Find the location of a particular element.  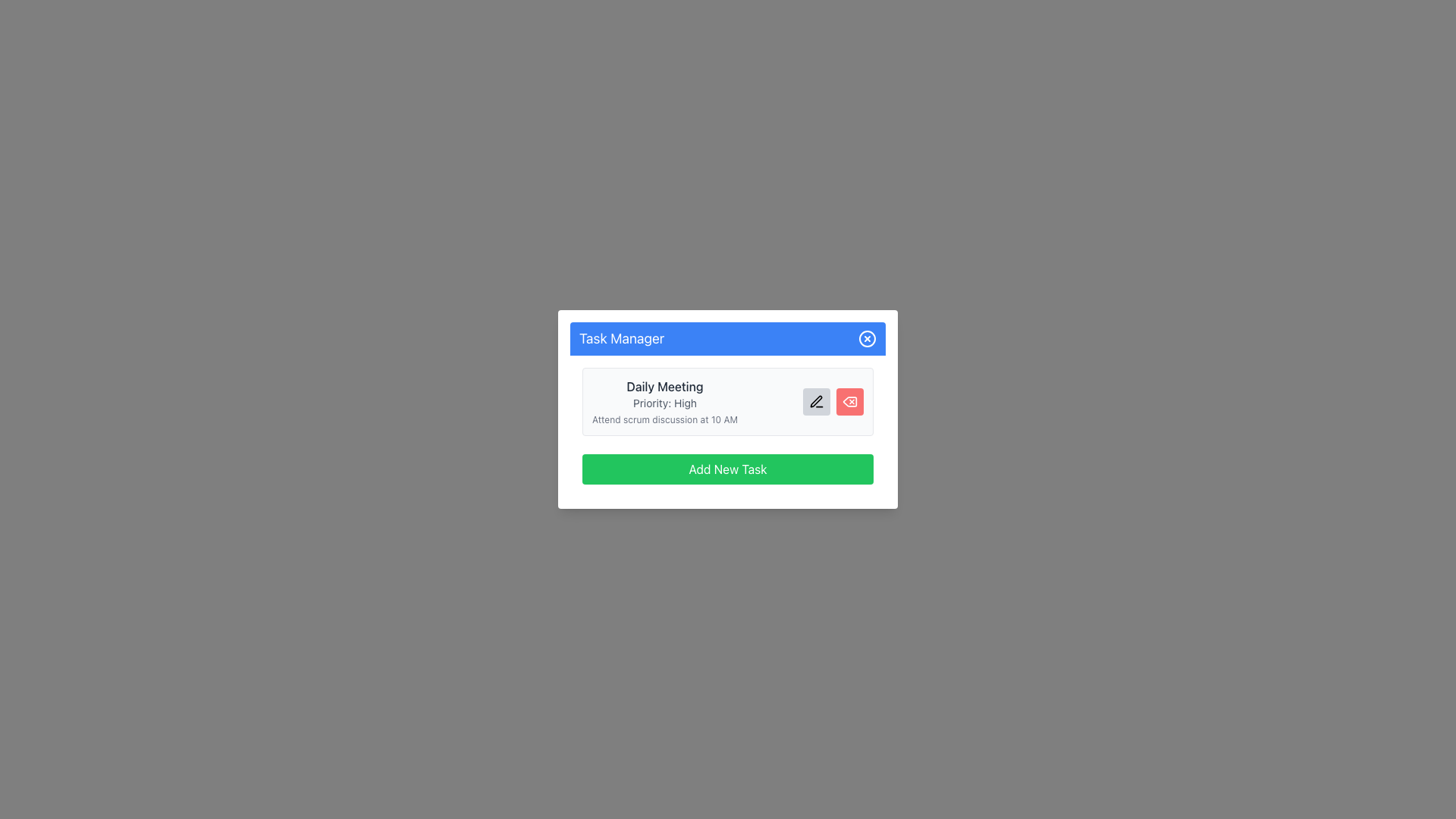

the Text Label element that serves as the title of the Task Manager interface, located on the left side of the top bar of the modal is located at coordinates (622, 338).